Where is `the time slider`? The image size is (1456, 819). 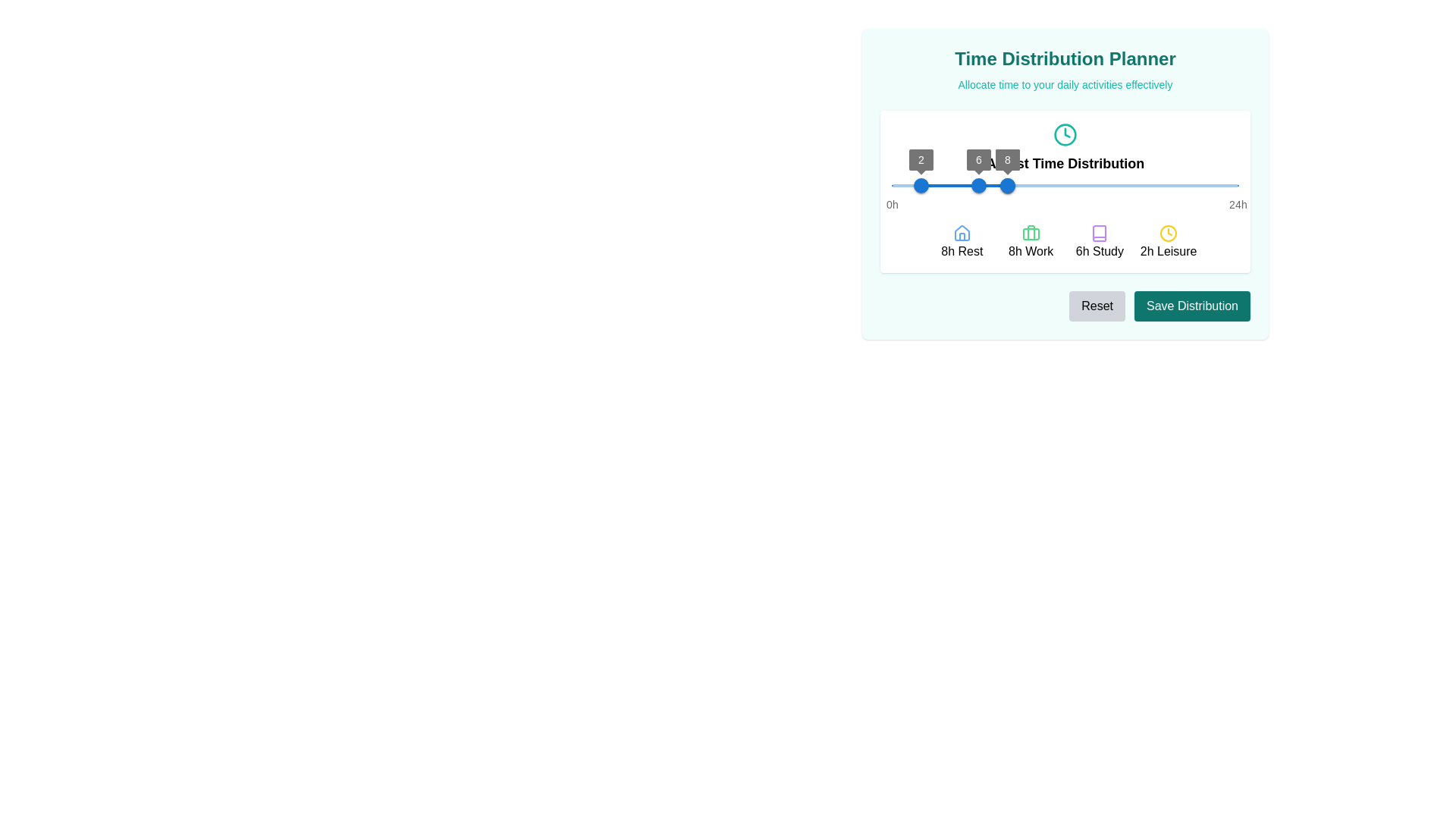 the time slider is located at coordinates (981, 185).